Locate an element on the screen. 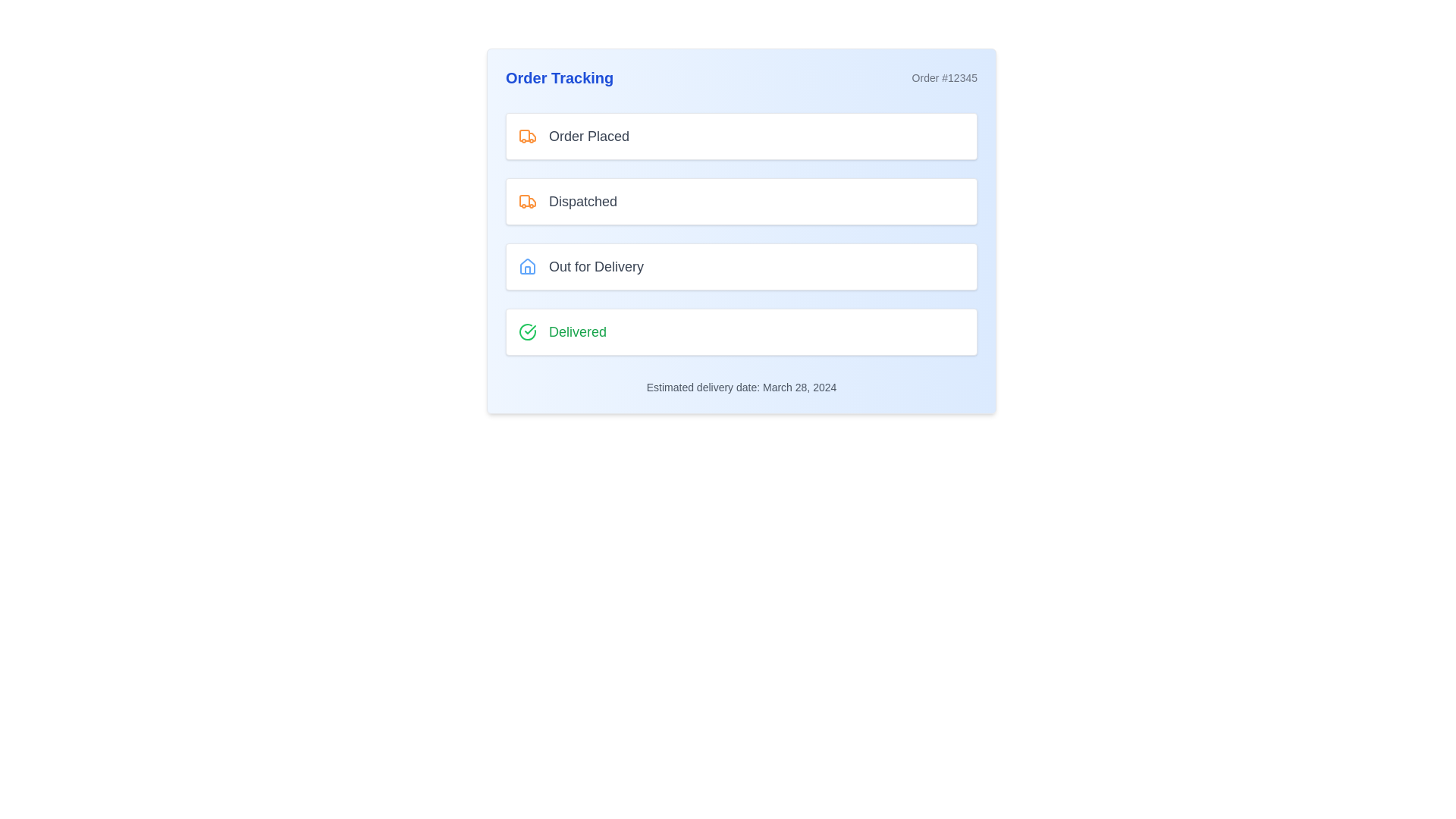 The width and height of the screenshot is (1456, 819). the Status Card displaying 'Out for Delivery', which is the third item in the vertical list of status cards under 'Order Tracking' is located at coordinates (742, 265).